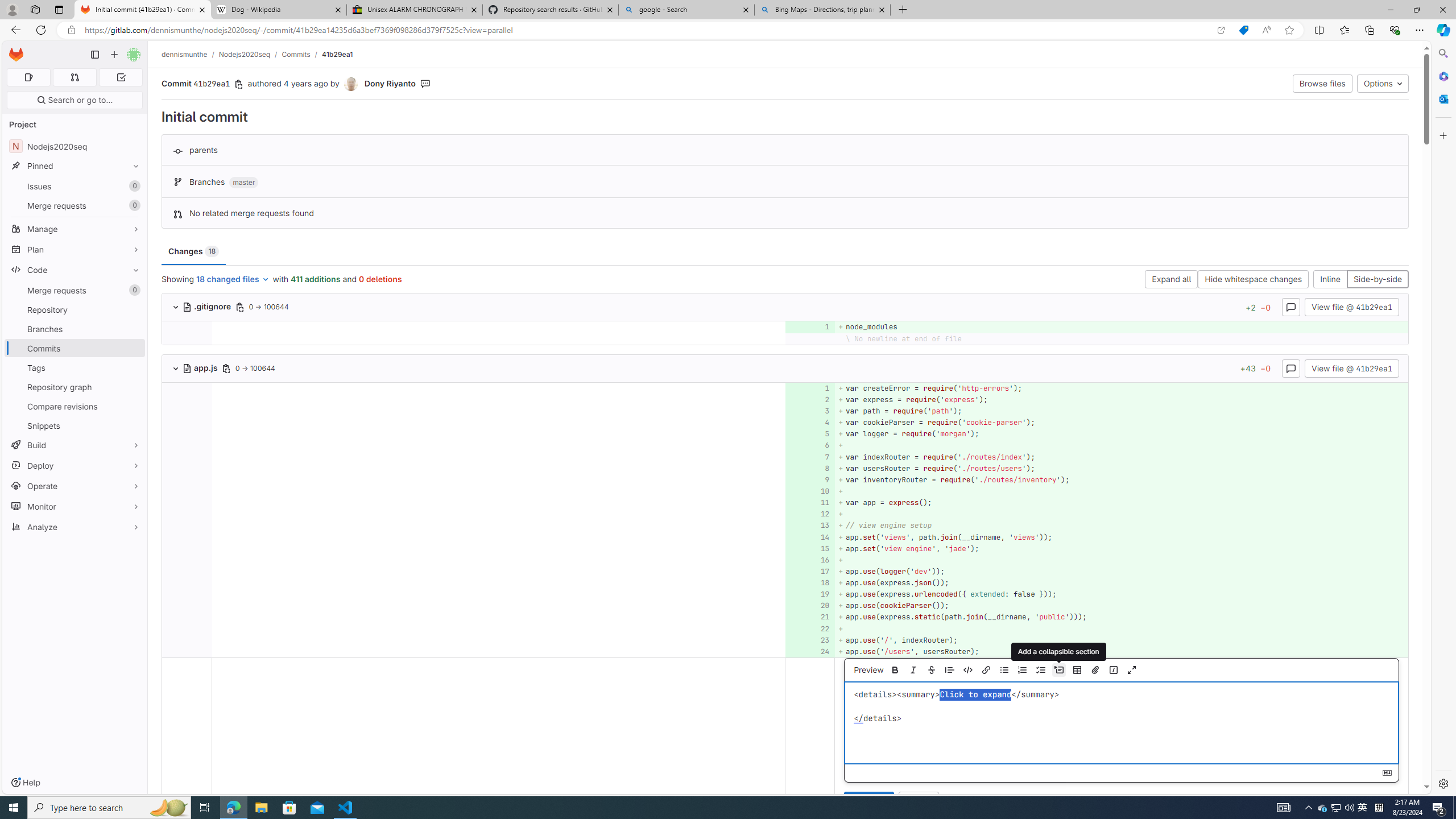 The height and width of the screenshot is (819, 1456). Describe the element at coordinates (809, 560) in the screenshot. I see `'16'` at that location.